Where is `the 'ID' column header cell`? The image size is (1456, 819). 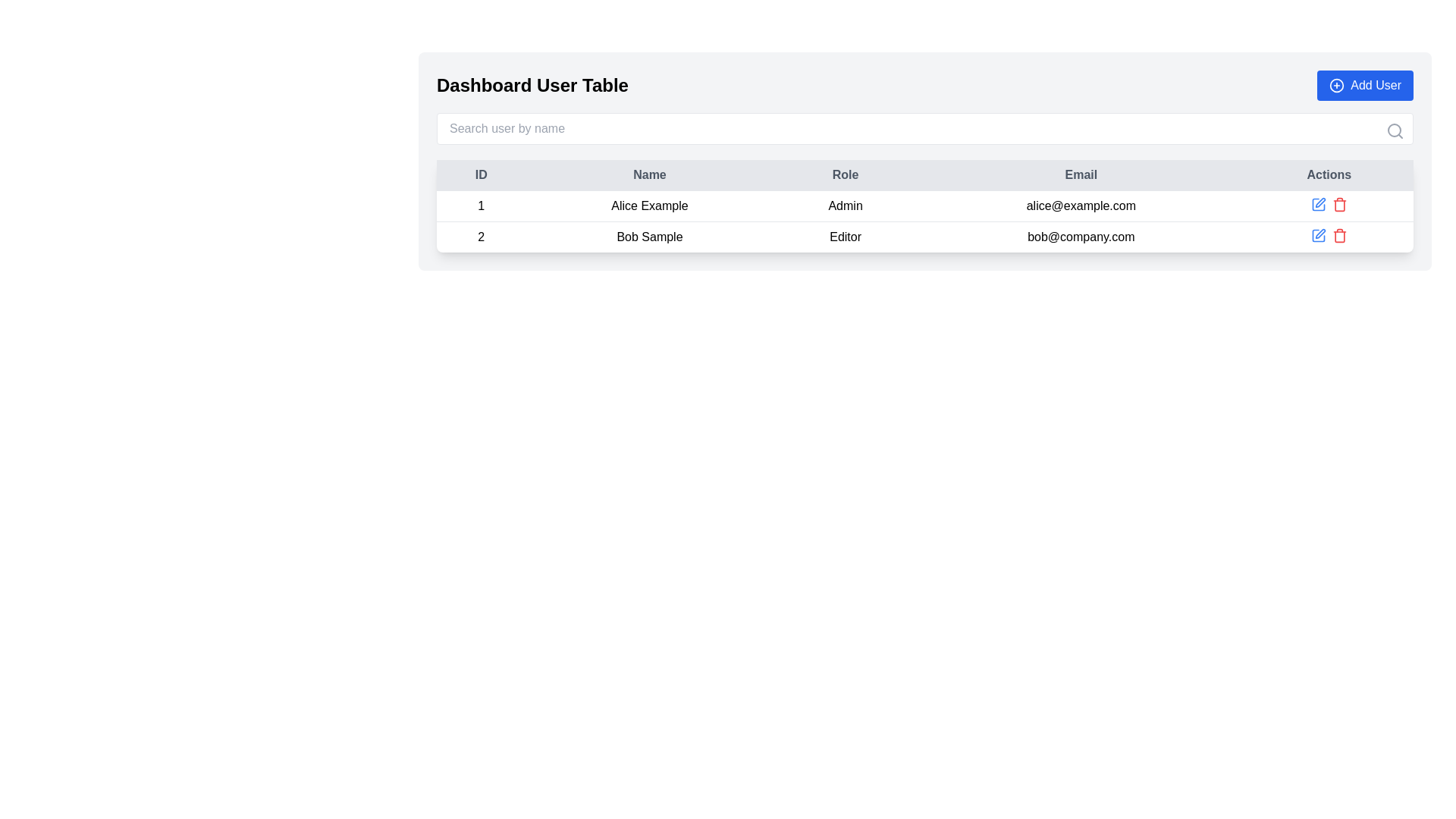
the 'ID' column header cell is located at coordinates (480, 174).